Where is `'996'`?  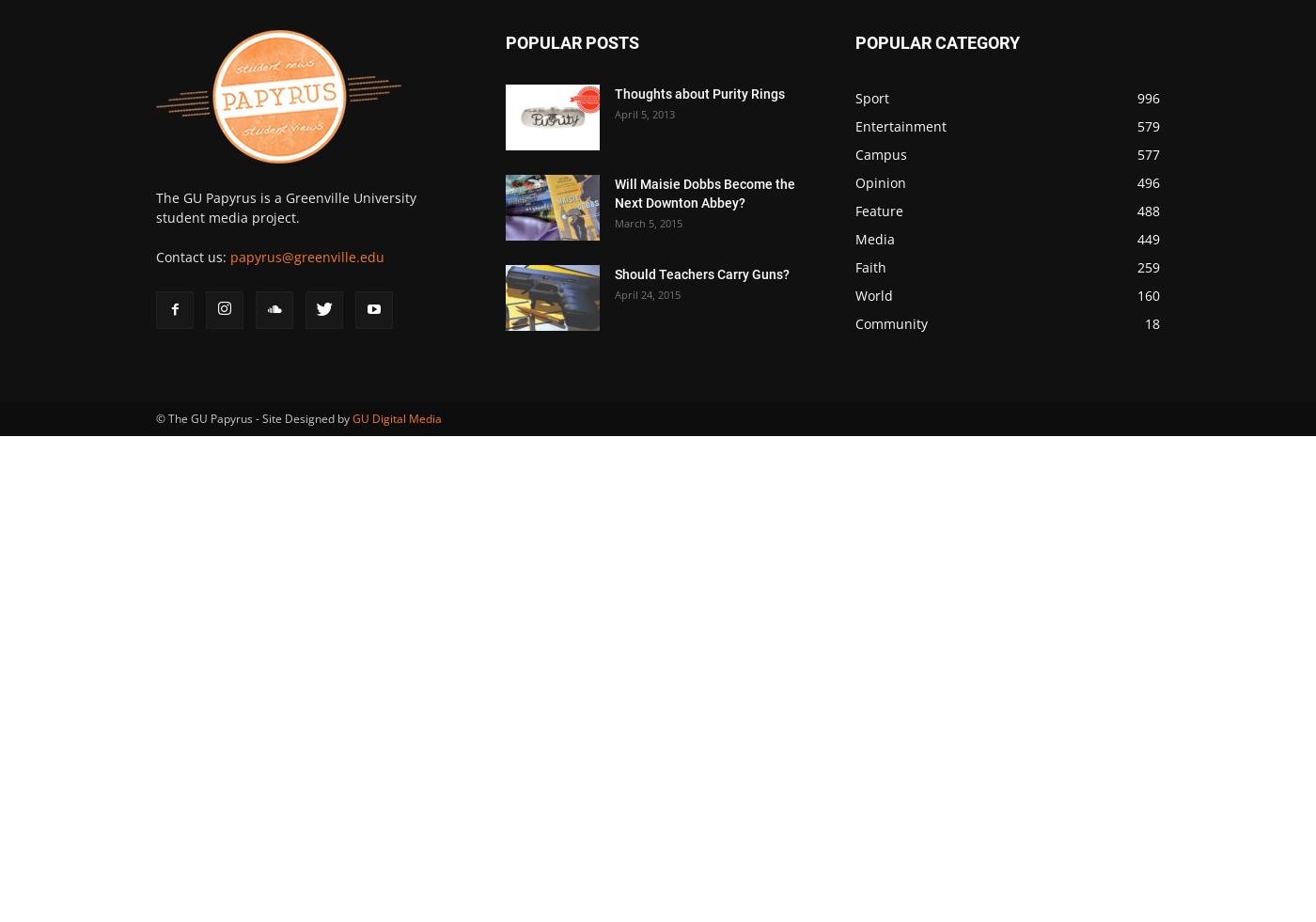
'996' is located at coordinates (1149, 97).